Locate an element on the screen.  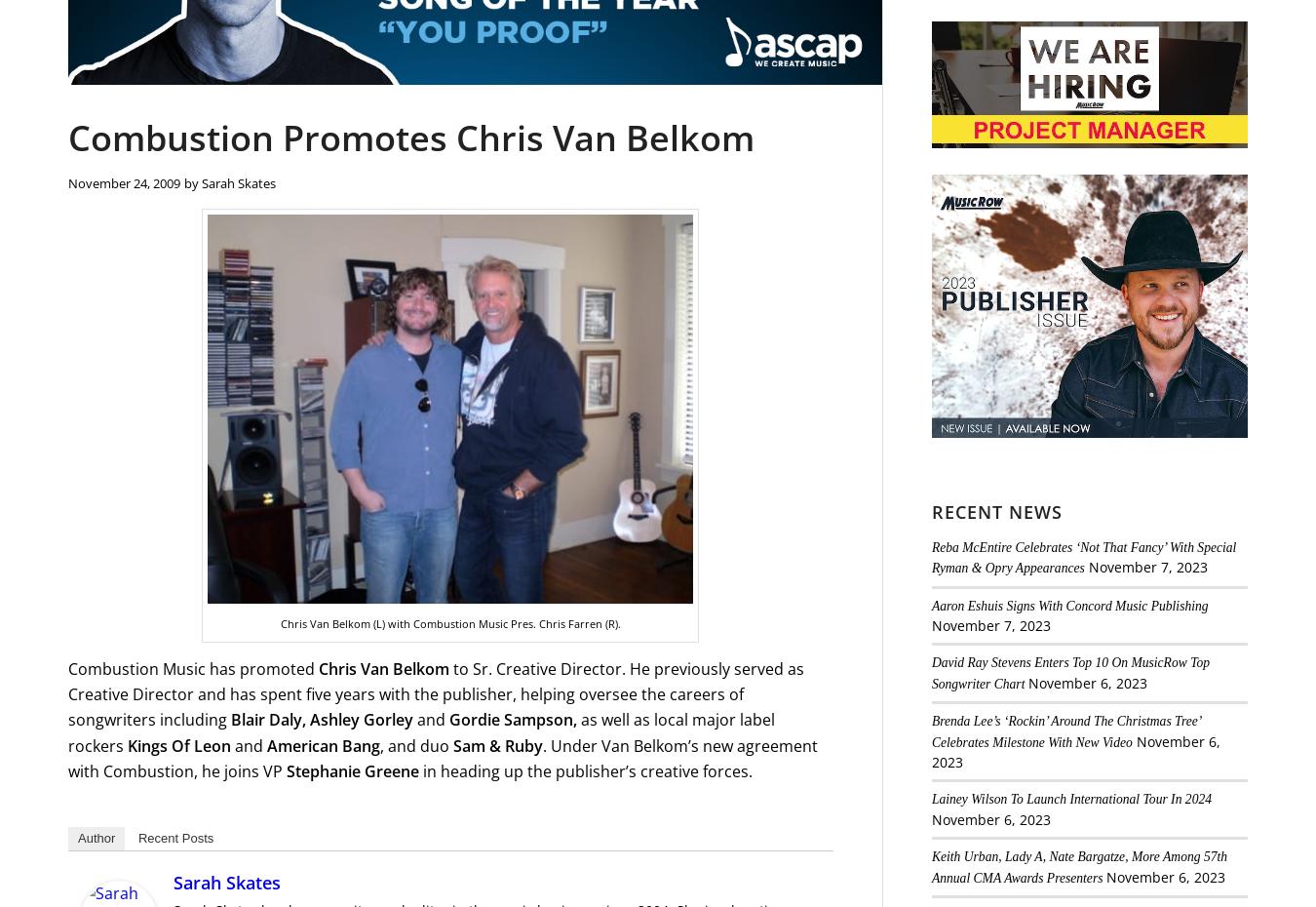
'by' is located at coordinates (193, 181).